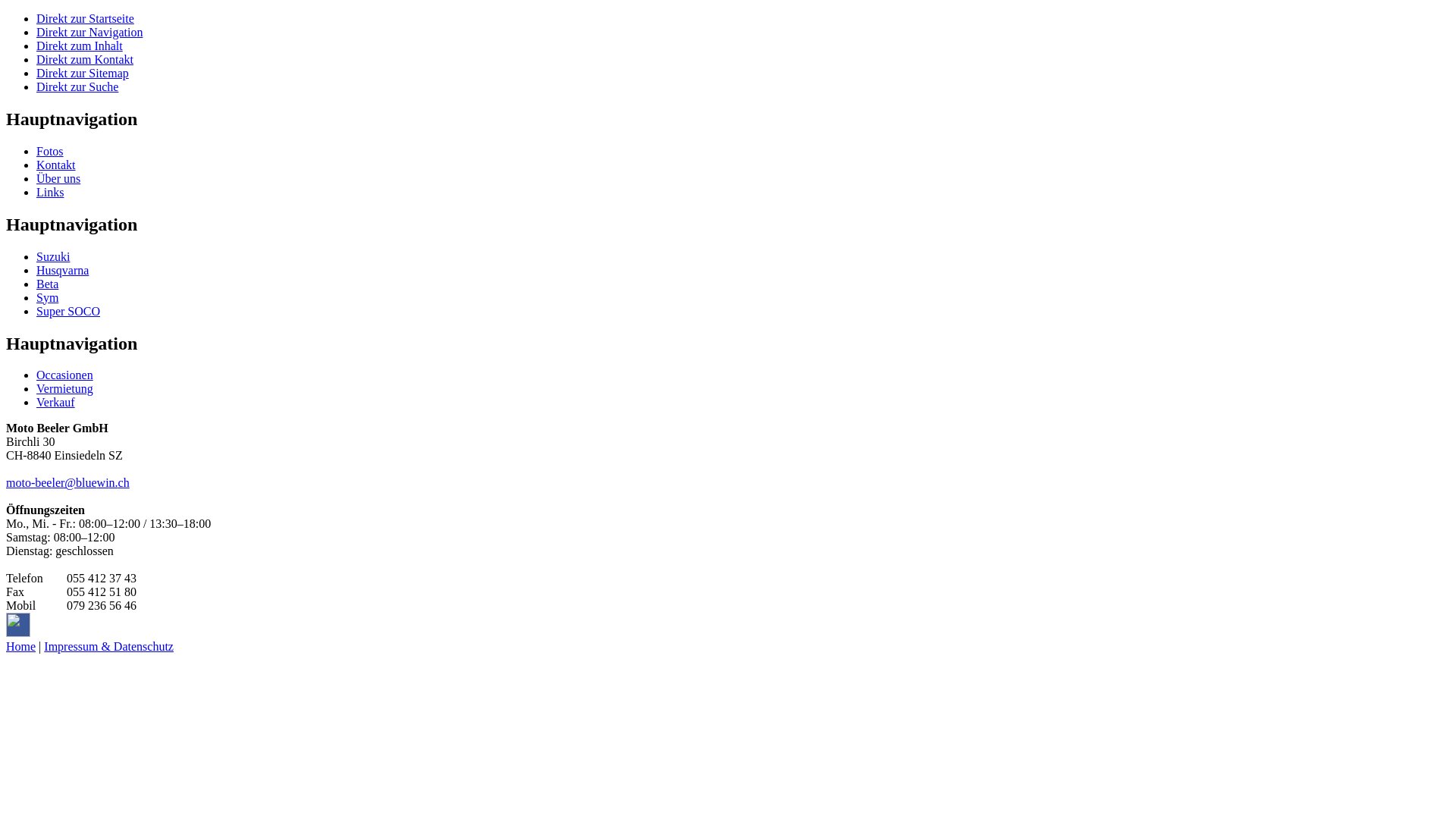 Image resolution: width=1456 pixels, height=819 pixels. I want to click on 'Super SOCO', so click(67, 310).